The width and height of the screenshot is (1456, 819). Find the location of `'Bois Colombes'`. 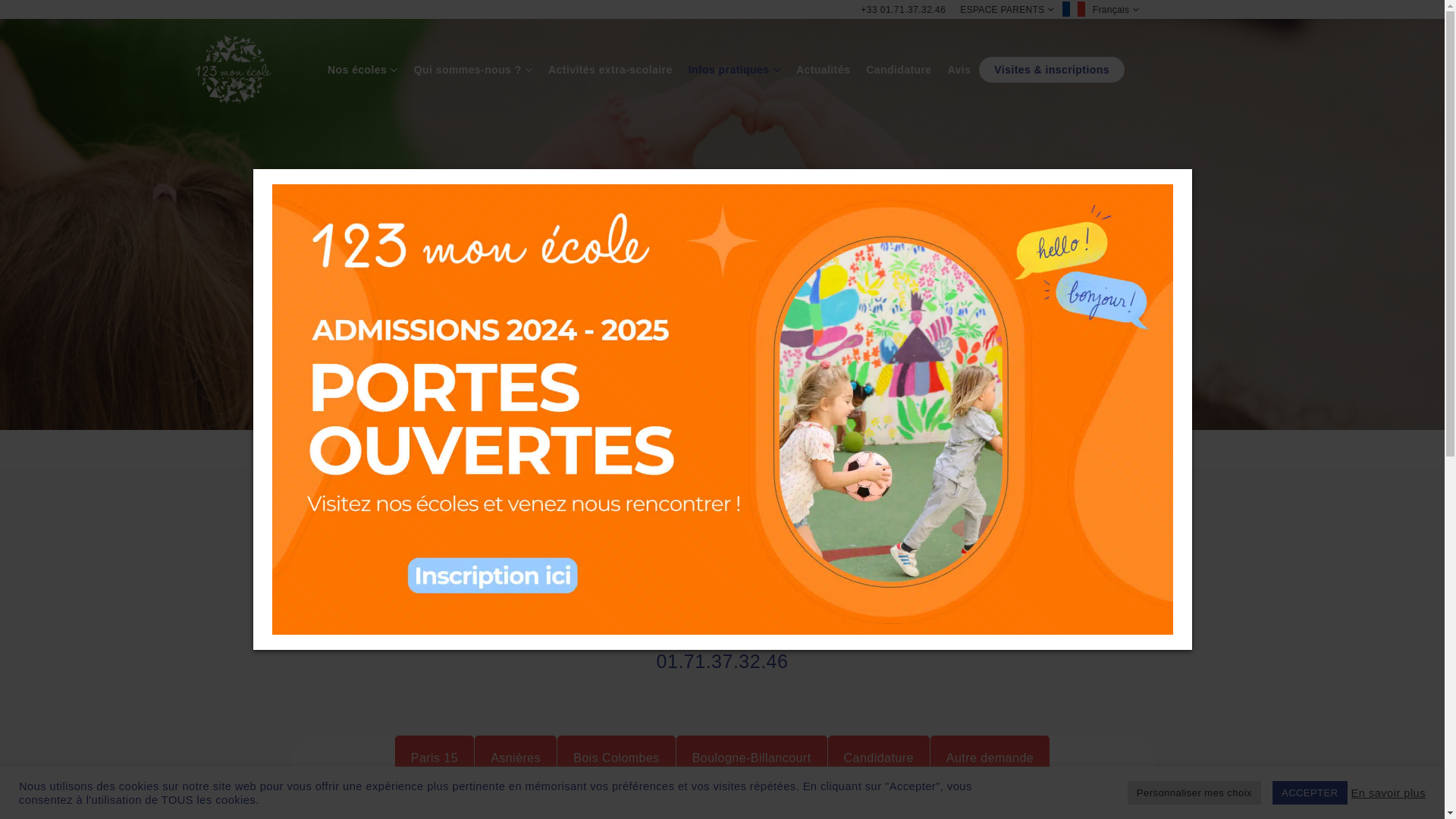

'Bois Colombes' is located at coordinates (616, 758).